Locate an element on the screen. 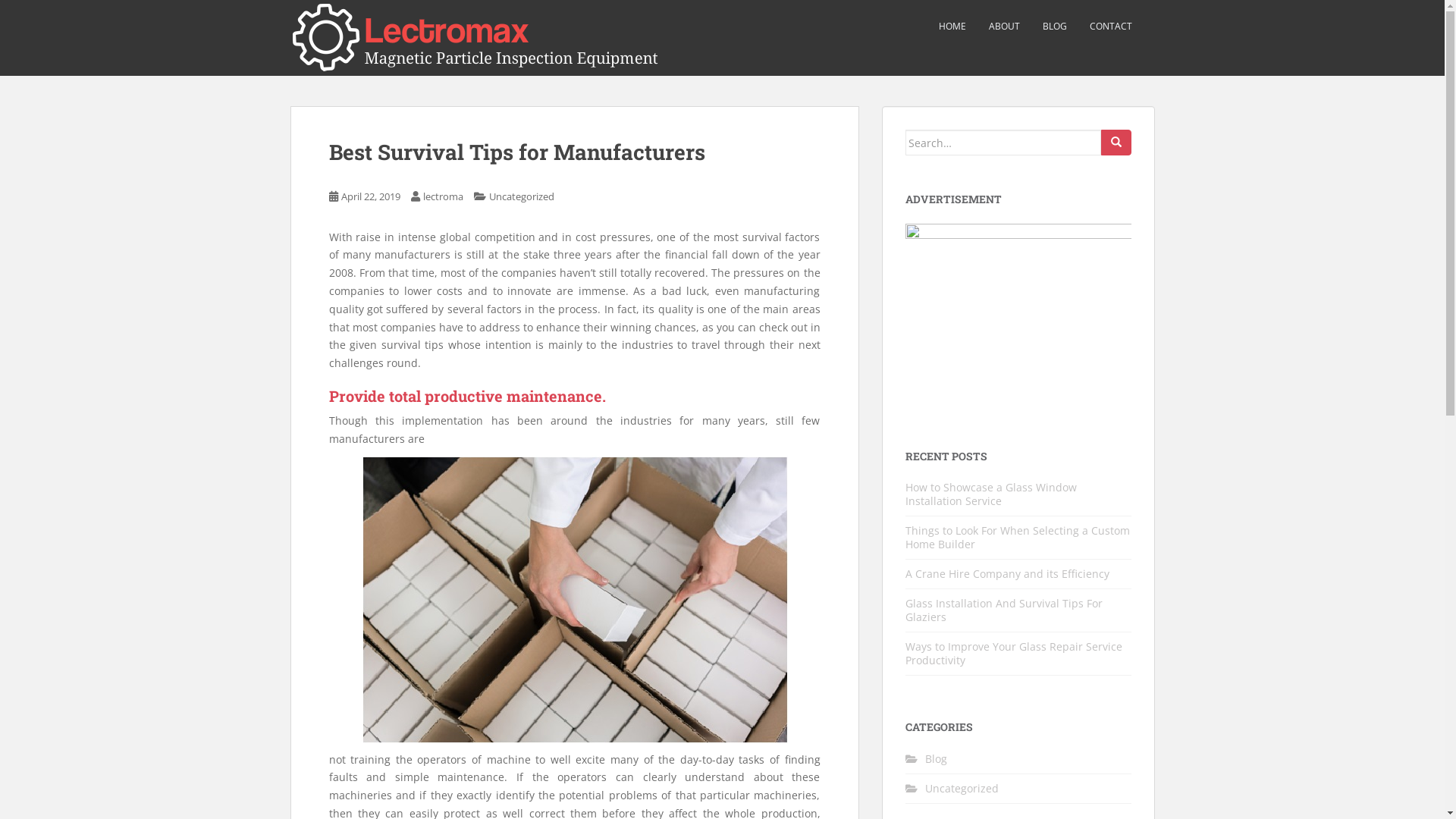  'Uncategorized' is located at coordinates (520, 195).